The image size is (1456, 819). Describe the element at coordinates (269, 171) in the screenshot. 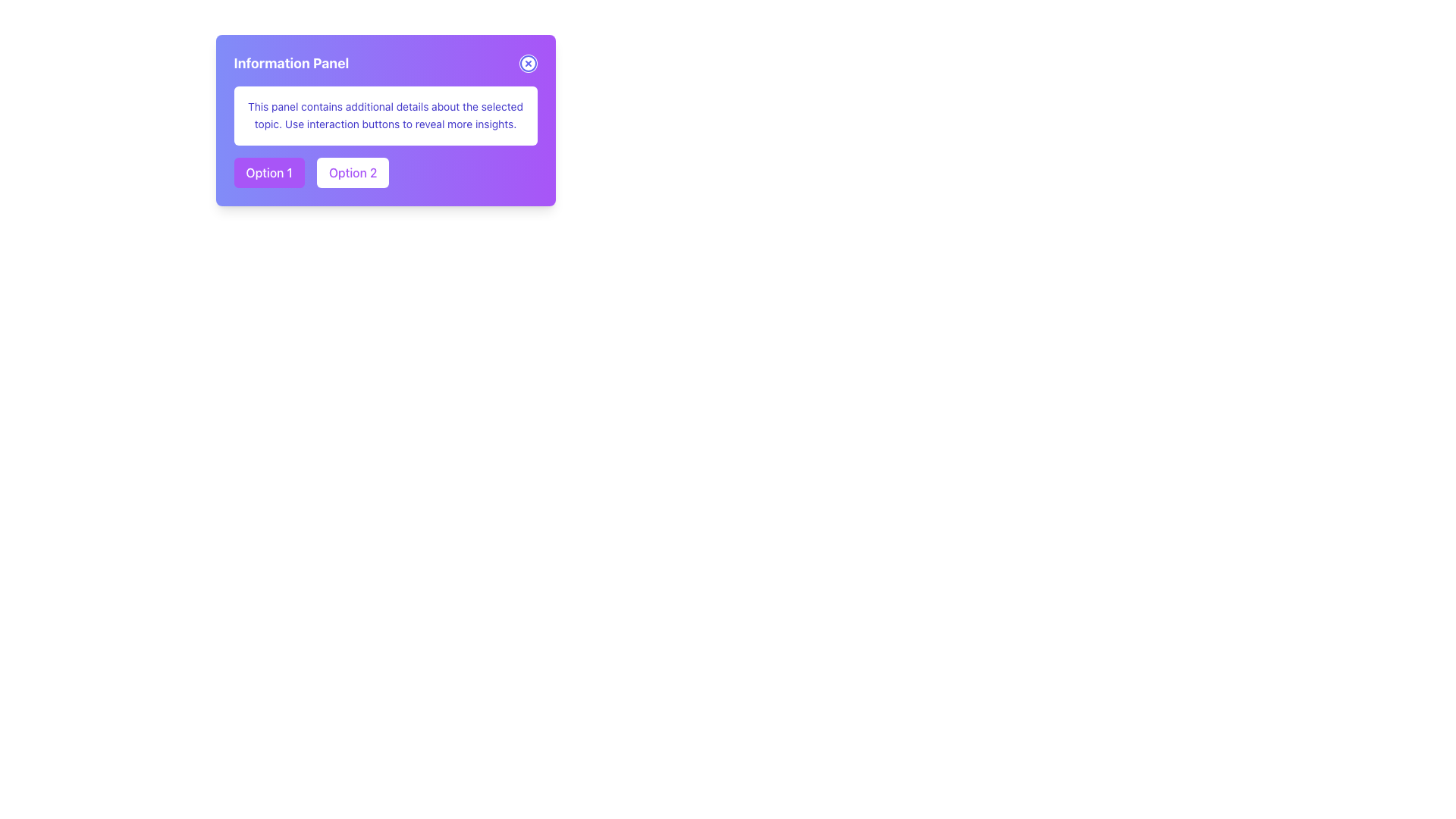

I see `the first button labeled 'Option 1' located within the purple panel titled 'Information Panel'` at that location.